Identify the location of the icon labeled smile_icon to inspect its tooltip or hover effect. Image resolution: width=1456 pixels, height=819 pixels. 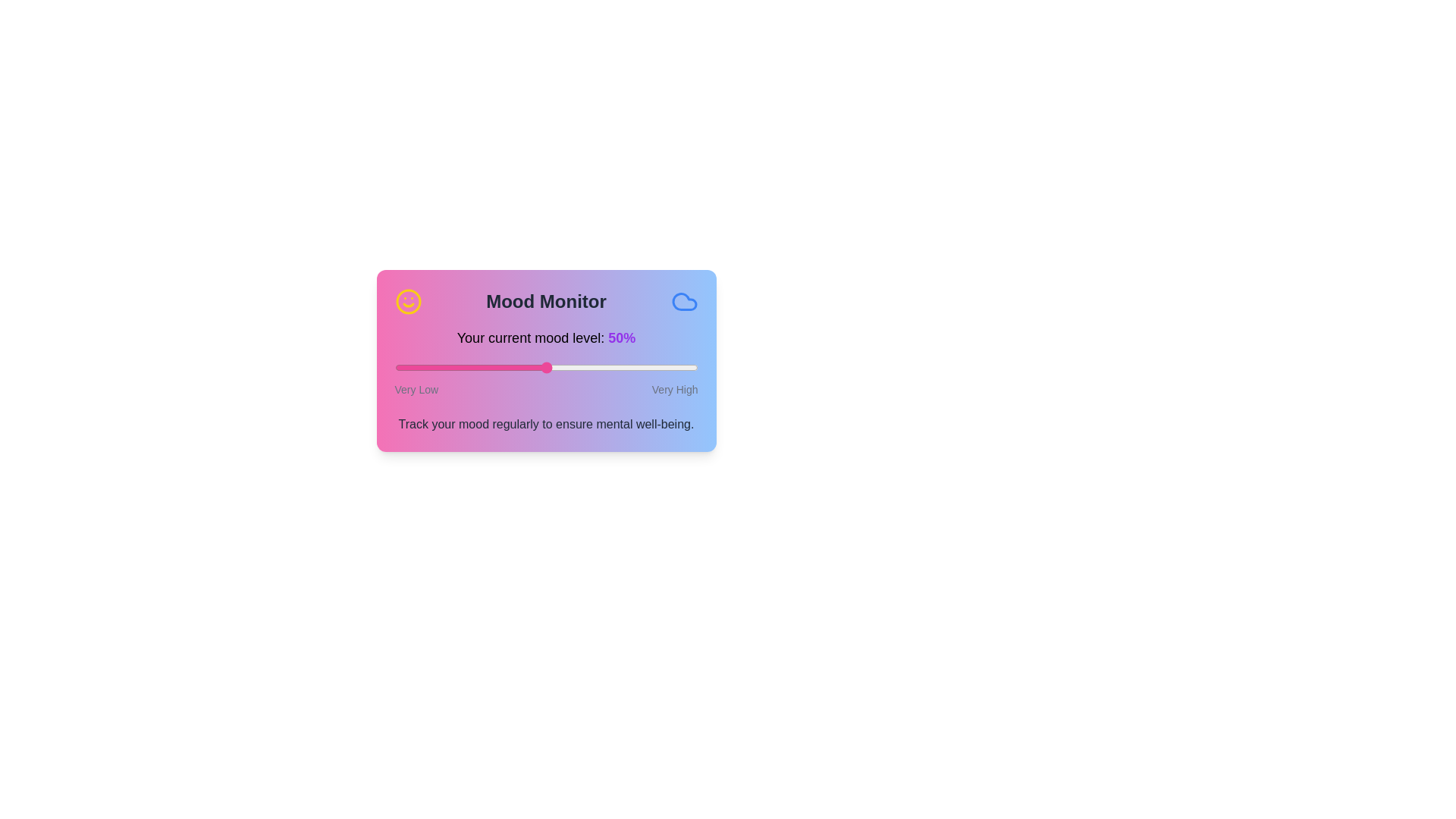
(408, 301).